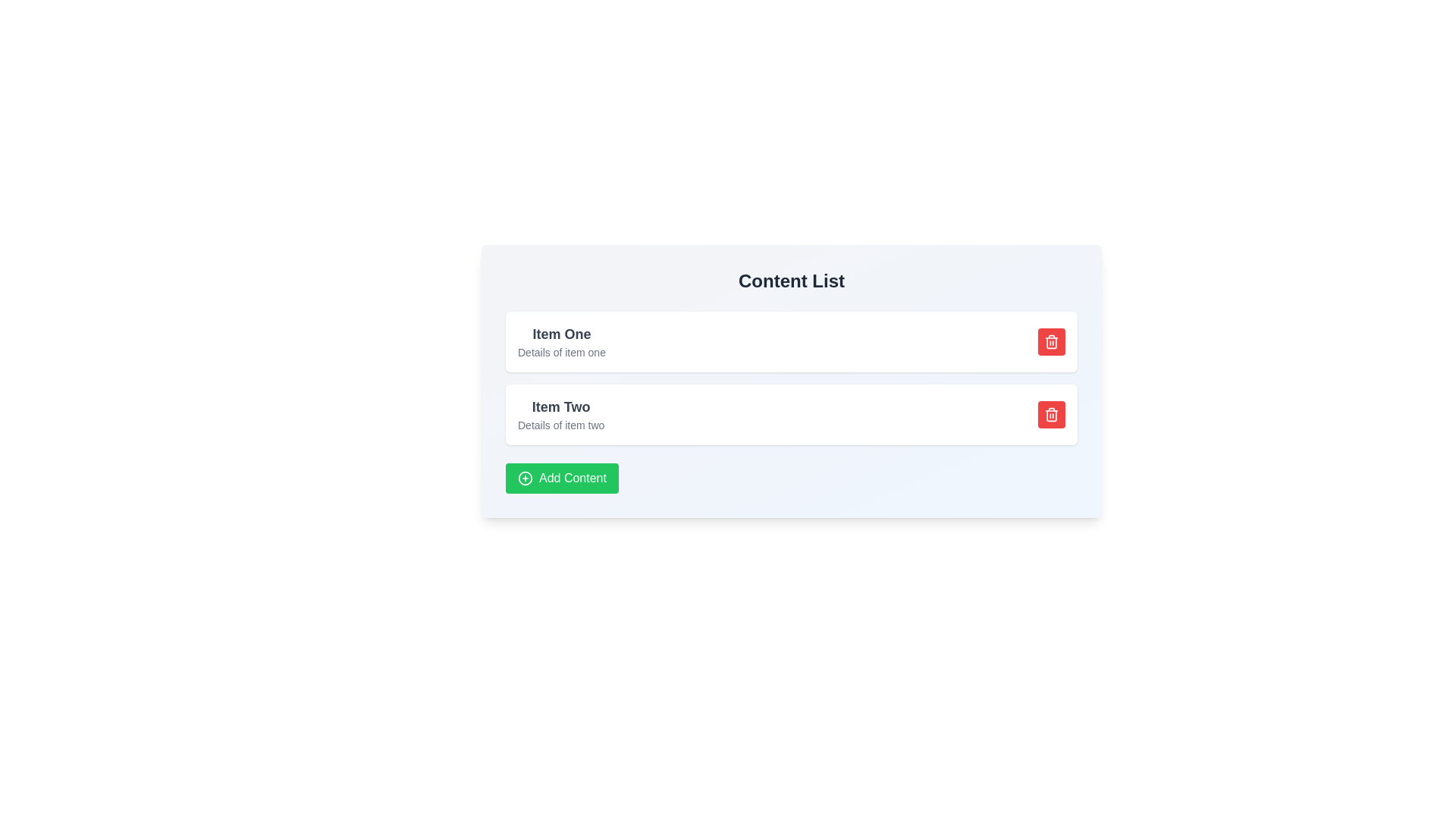 The height and width of the screenshot is (819, 1456). What do you see at coordinates (1051, 342) in the screenshot?
I see `the red Icon button in the second row of the content list` at bounding box center [1051, 342].